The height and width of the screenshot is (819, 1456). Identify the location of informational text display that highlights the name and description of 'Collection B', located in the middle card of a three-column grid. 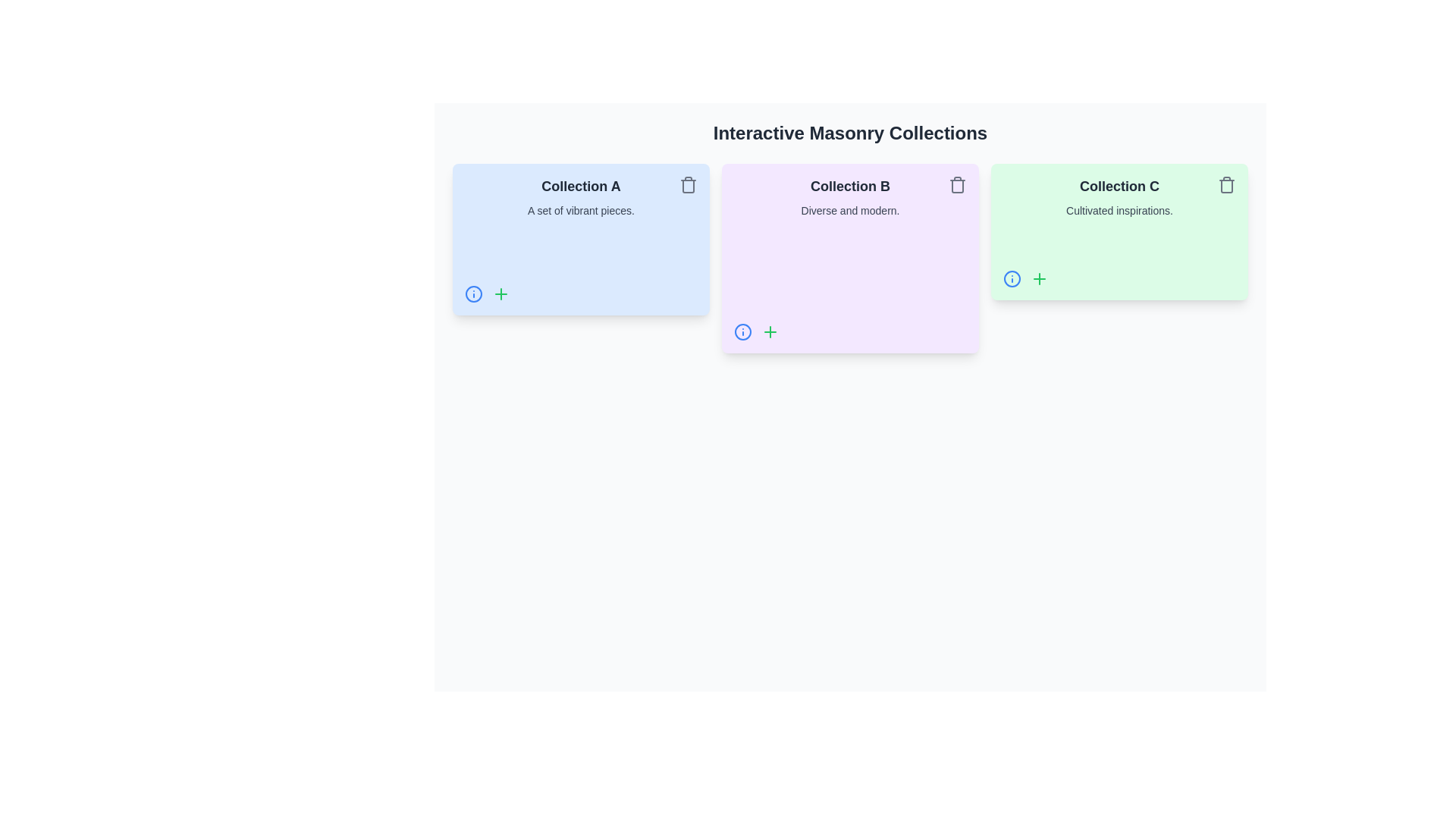
(850, 196).